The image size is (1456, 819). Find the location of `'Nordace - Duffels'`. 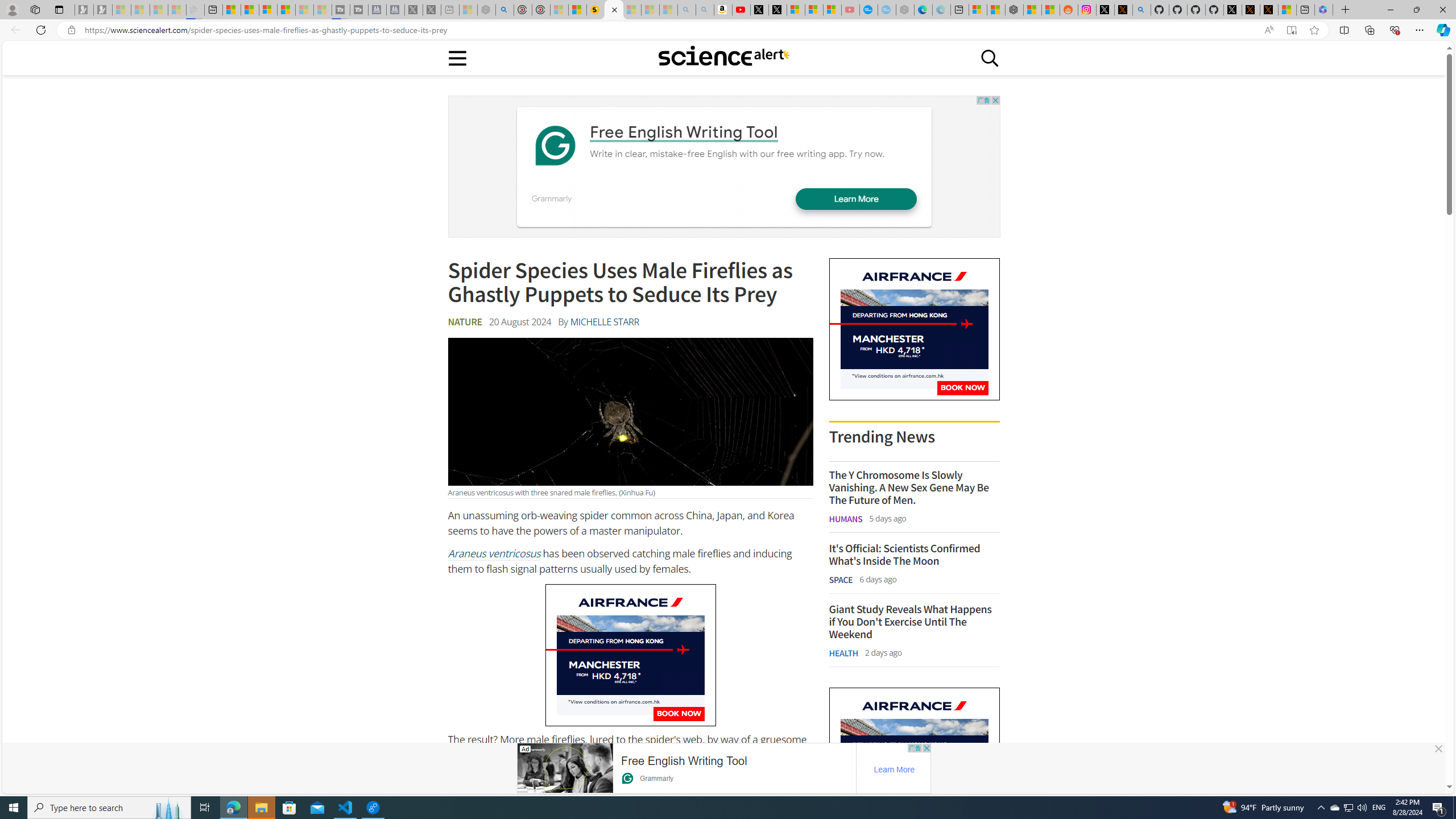

'Nordace - Duffels' is located at coordinates (1014, 9).